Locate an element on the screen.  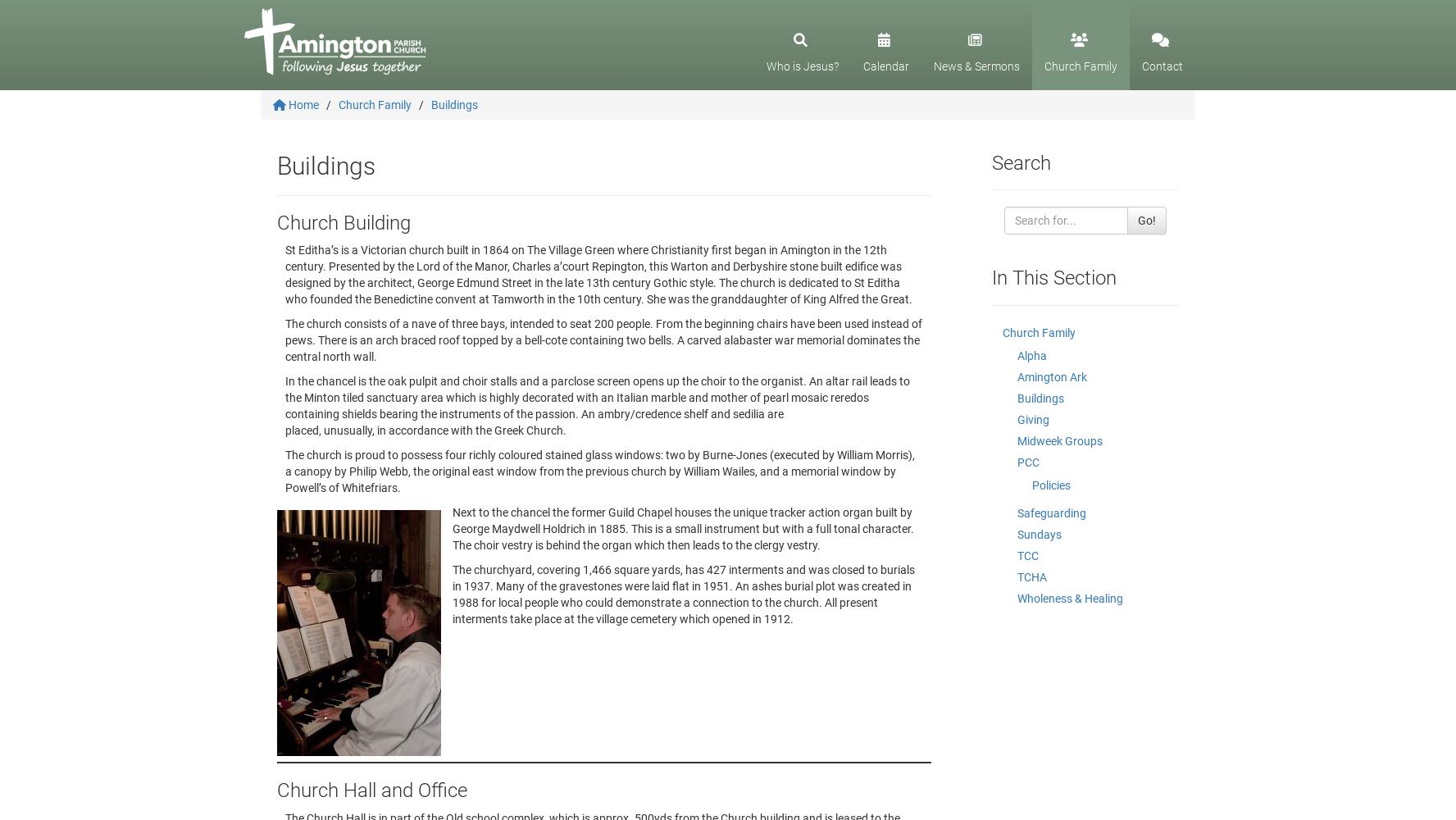
'Policies' is located at coordinates (1051, 484).